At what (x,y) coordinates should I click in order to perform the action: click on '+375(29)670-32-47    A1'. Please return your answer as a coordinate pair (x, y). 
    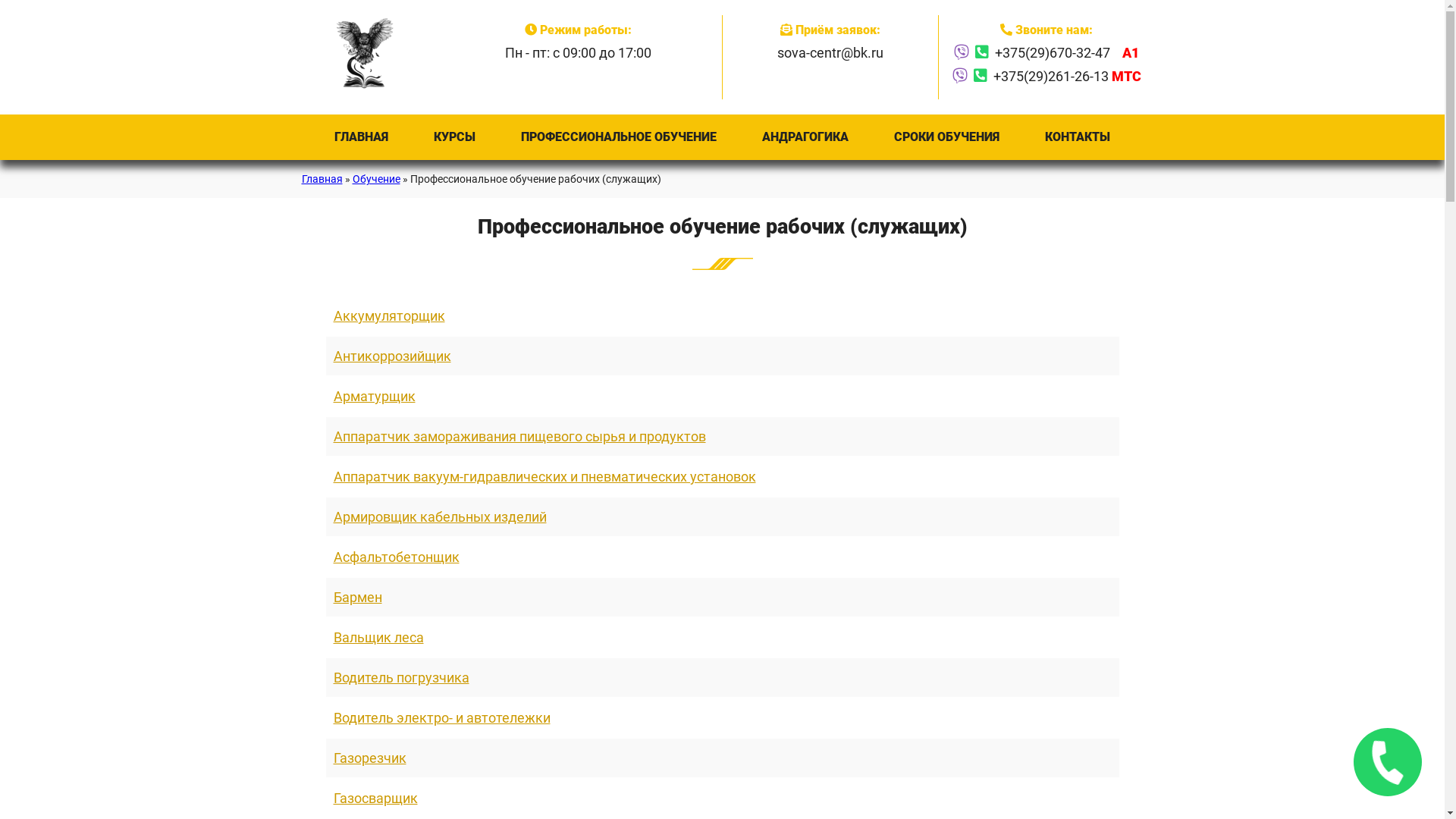
    Looking at the image, I should click on (1065, 52).